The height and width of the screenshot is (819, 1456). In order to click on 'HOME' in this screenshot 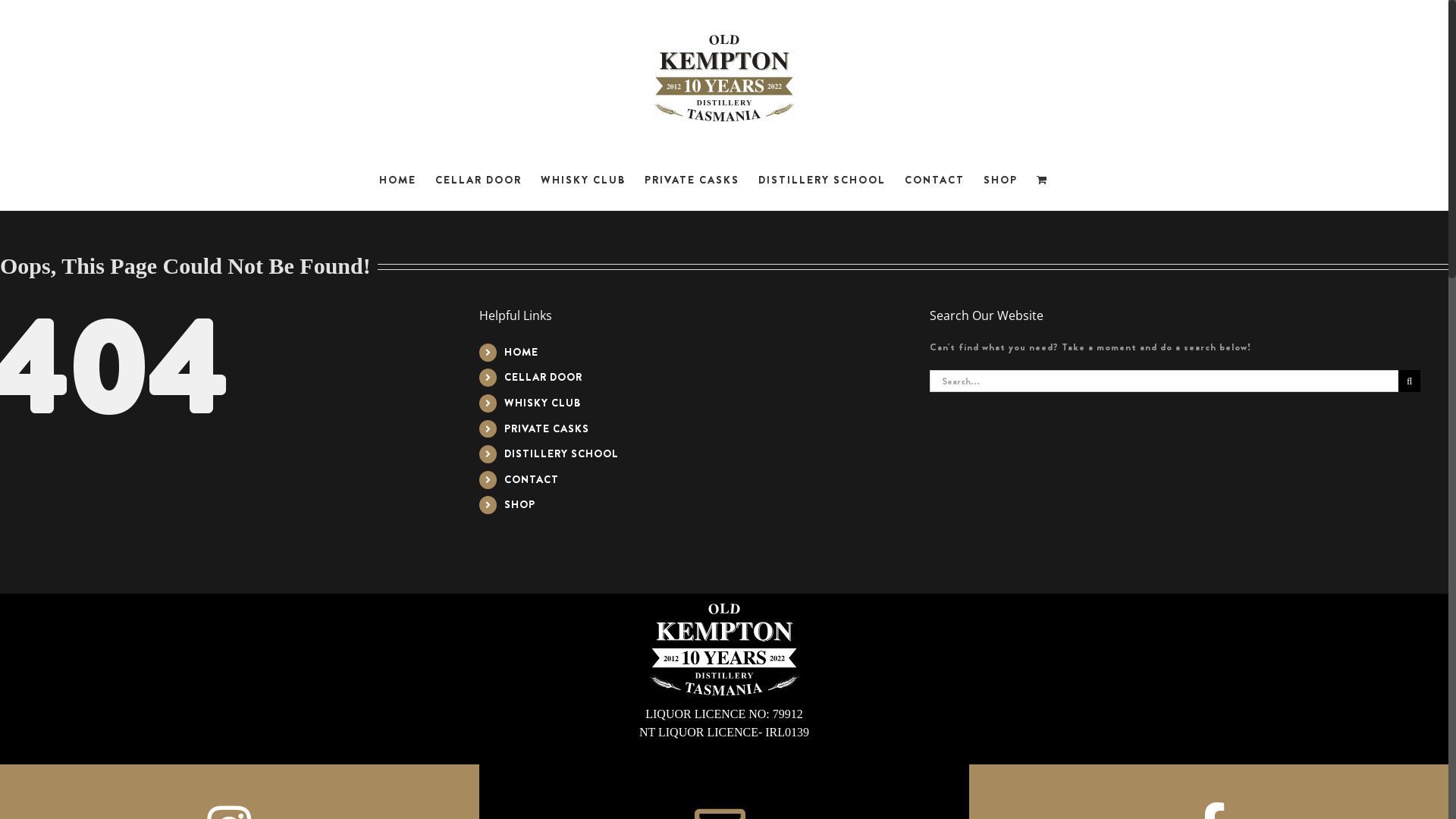, I will do `click(521, 351)`.